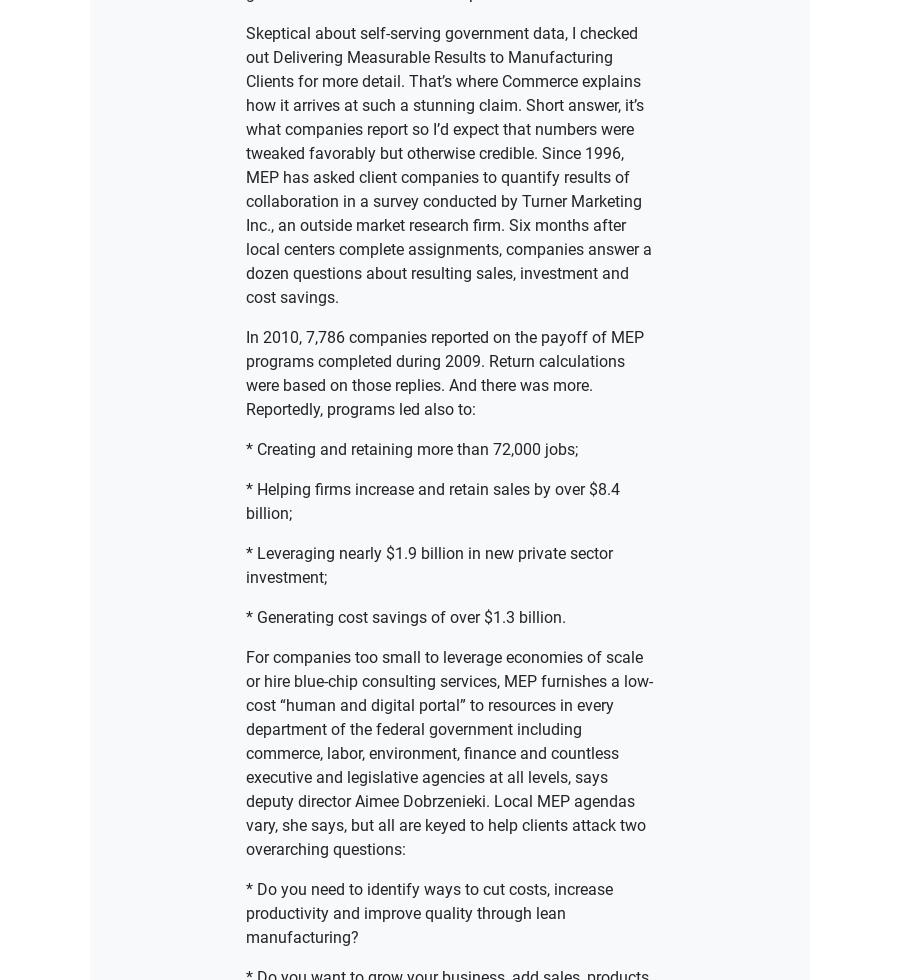 Image resolution: width=900 pixels, height=980 pixels. Describe the element at coordinates (449, 506) in the screenshot. I see `'Success Stories'` at that location.